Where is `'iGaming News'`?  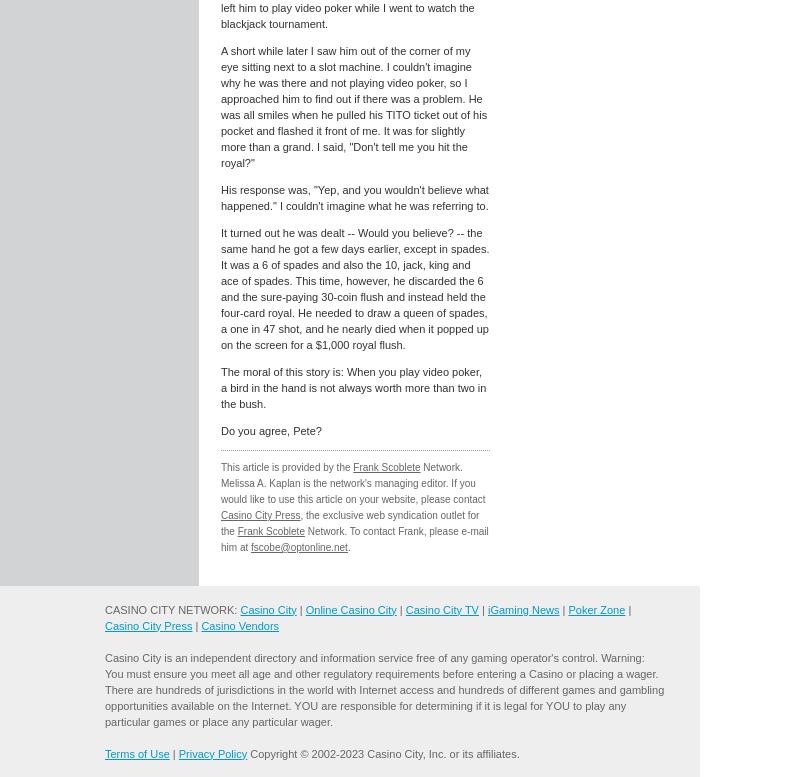 'iGaming News' is located at coordinates (522, 609).